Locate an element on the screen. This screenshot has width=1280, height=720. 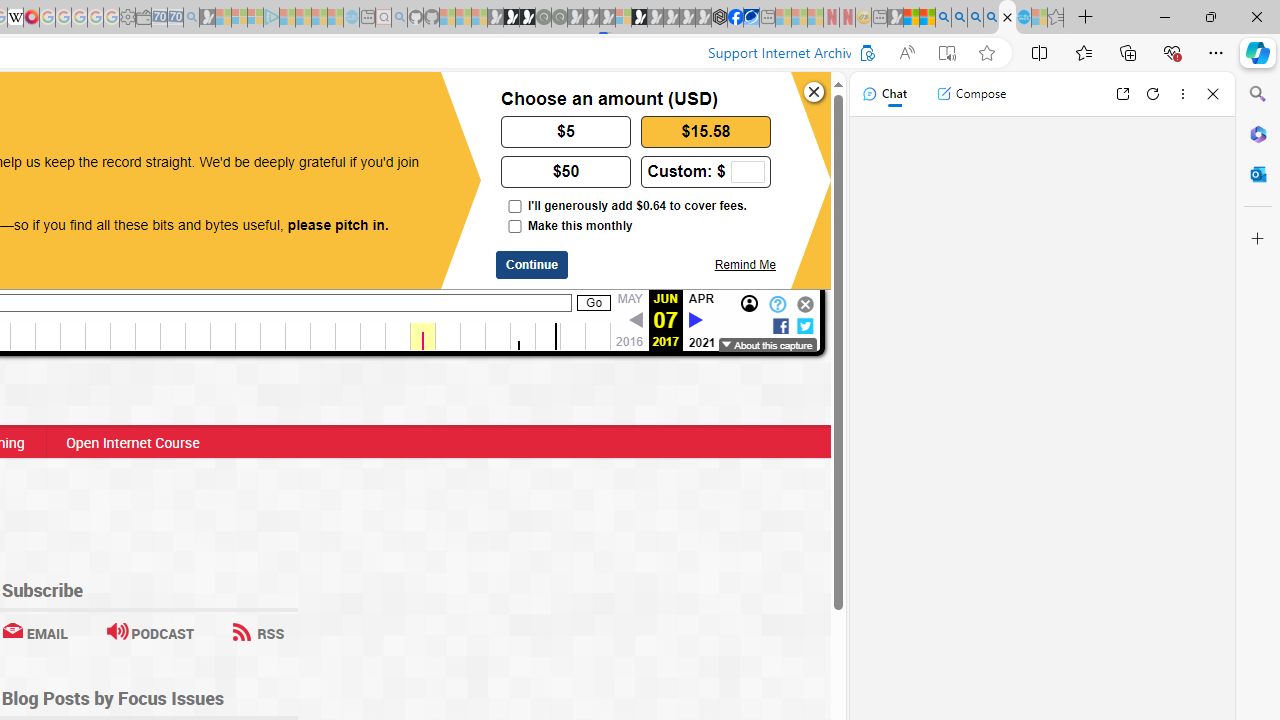
'2009 Bing officially replaced Live Search on June 3 - Search' is located at coordinates (958, 17).